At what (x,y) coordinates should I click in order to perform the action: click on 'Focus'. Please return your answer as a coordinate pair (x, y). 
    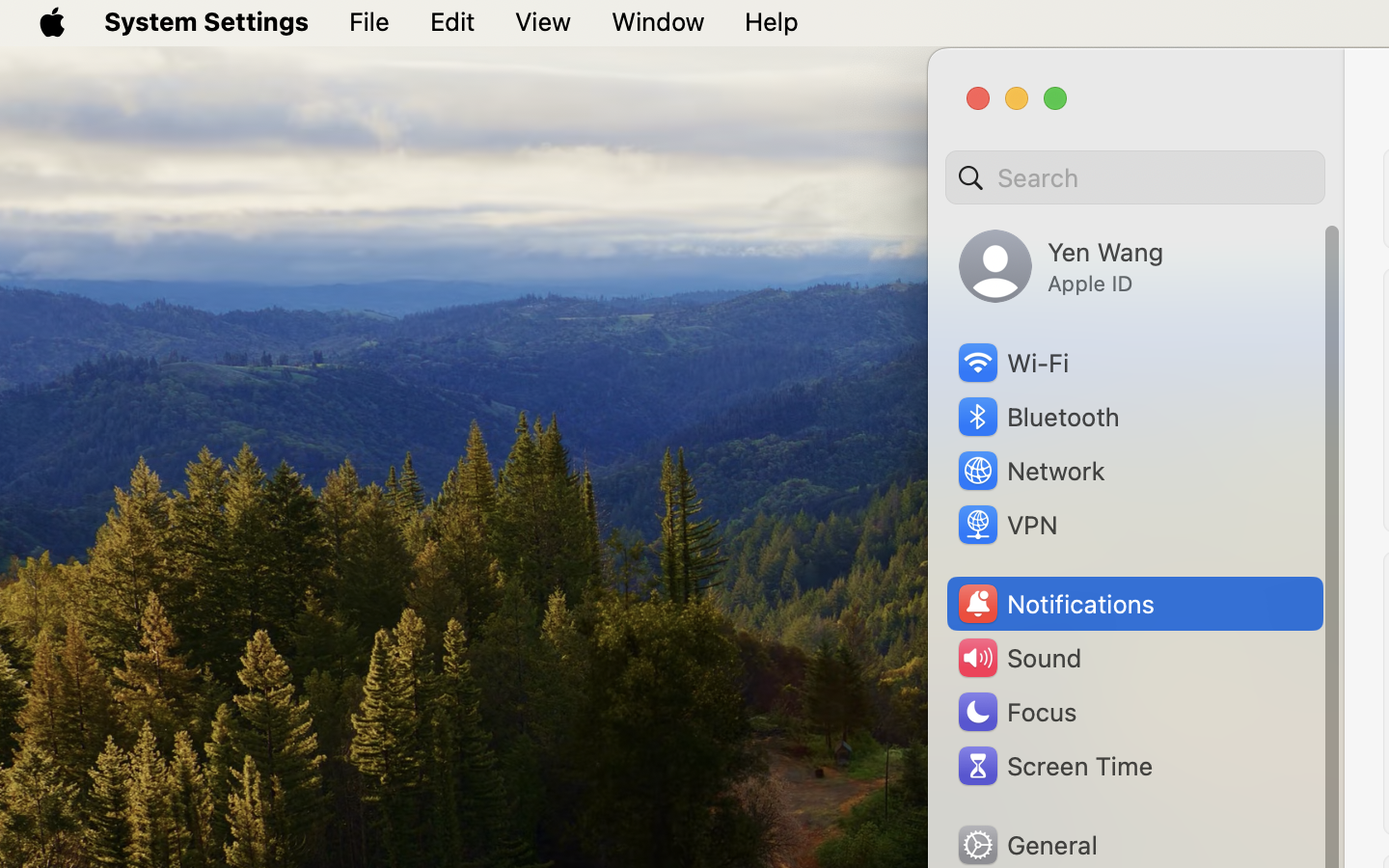
    Looking at the image, I should click on (1015, 711).